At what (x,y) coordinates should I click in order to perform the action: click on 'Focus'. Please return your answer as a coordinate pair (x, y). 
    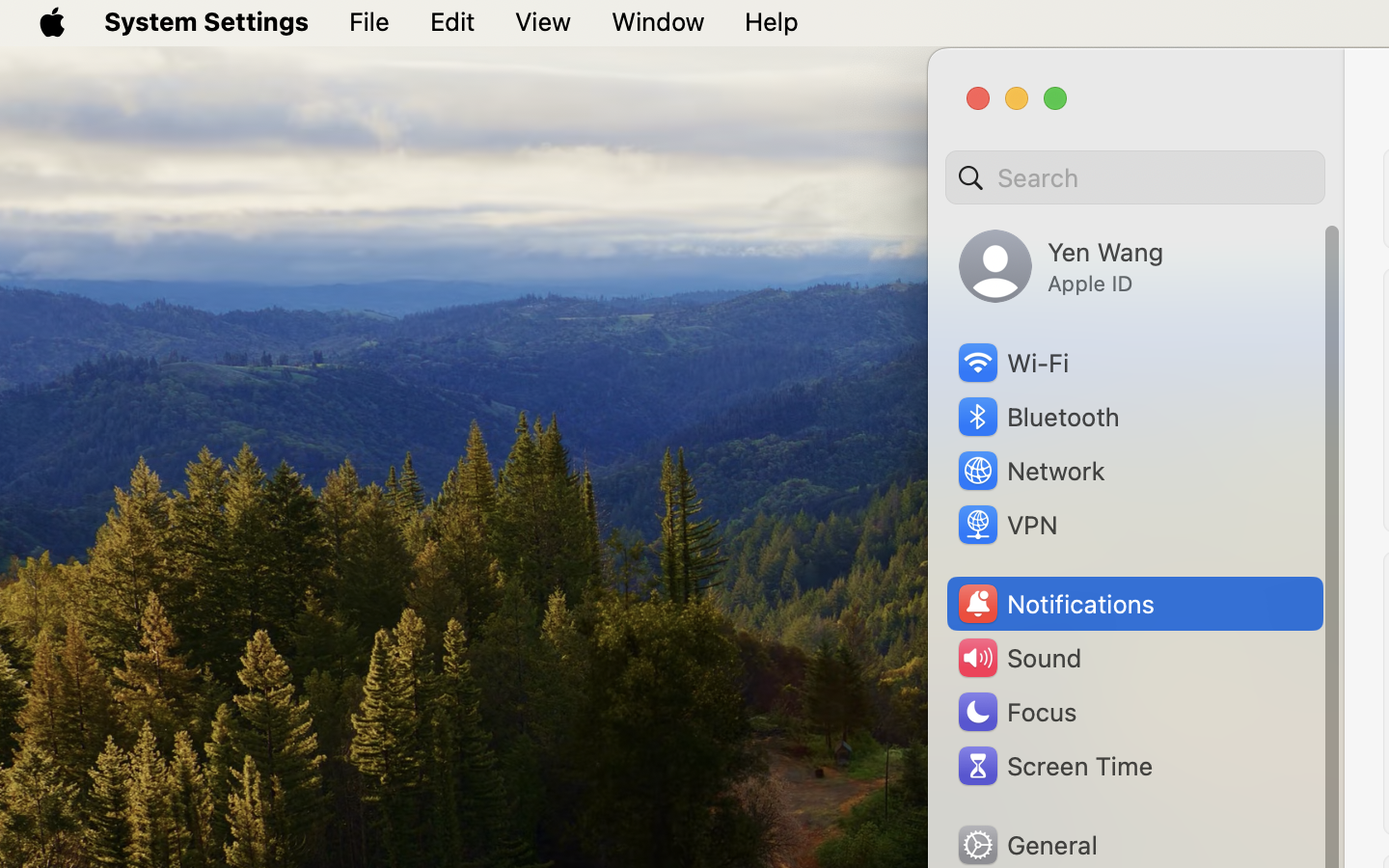
    Looking at the image, I should click on (1015, 711).